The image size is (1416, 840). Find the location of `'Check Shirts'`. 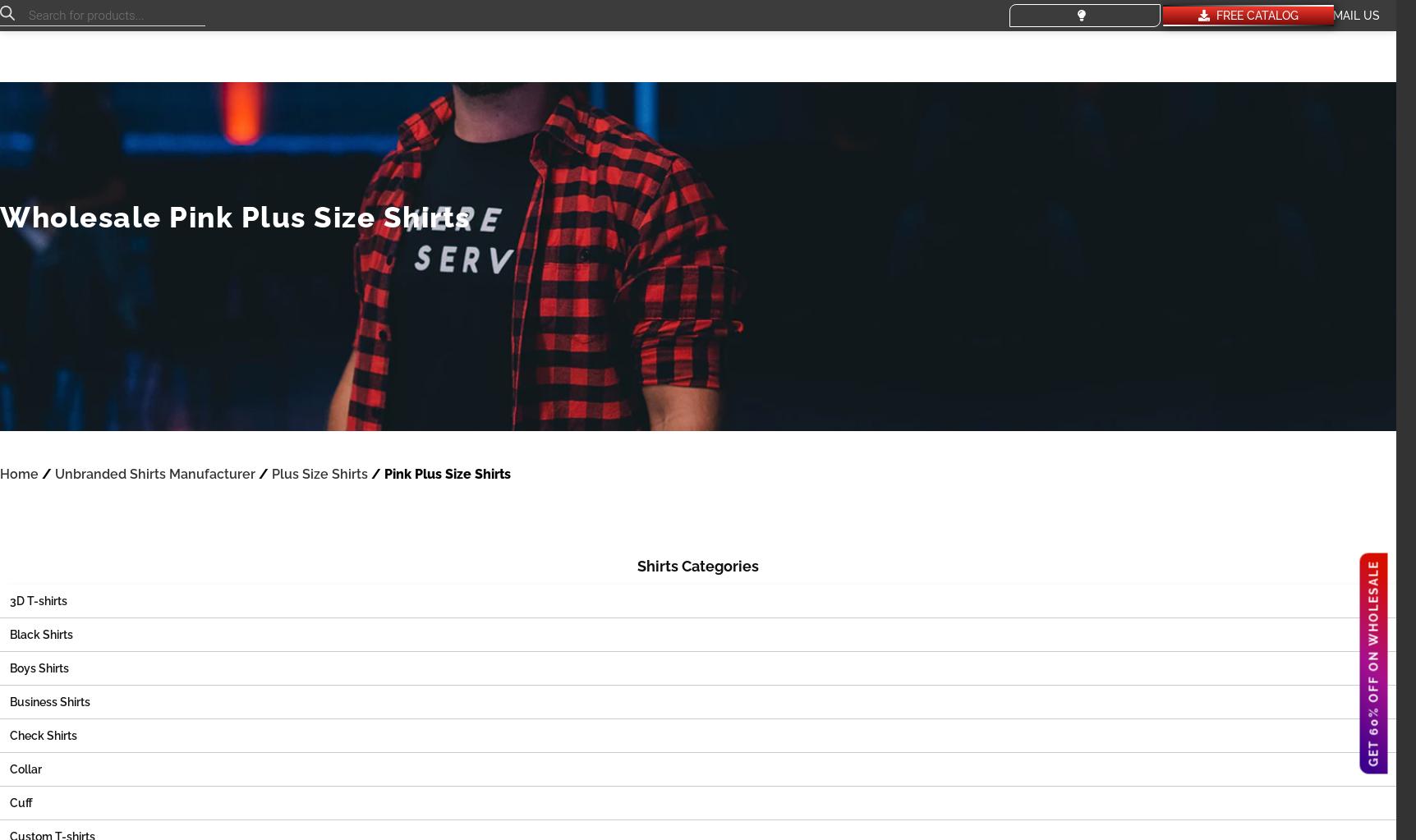

'Check Shirts' is located at coordinates (43, 736).